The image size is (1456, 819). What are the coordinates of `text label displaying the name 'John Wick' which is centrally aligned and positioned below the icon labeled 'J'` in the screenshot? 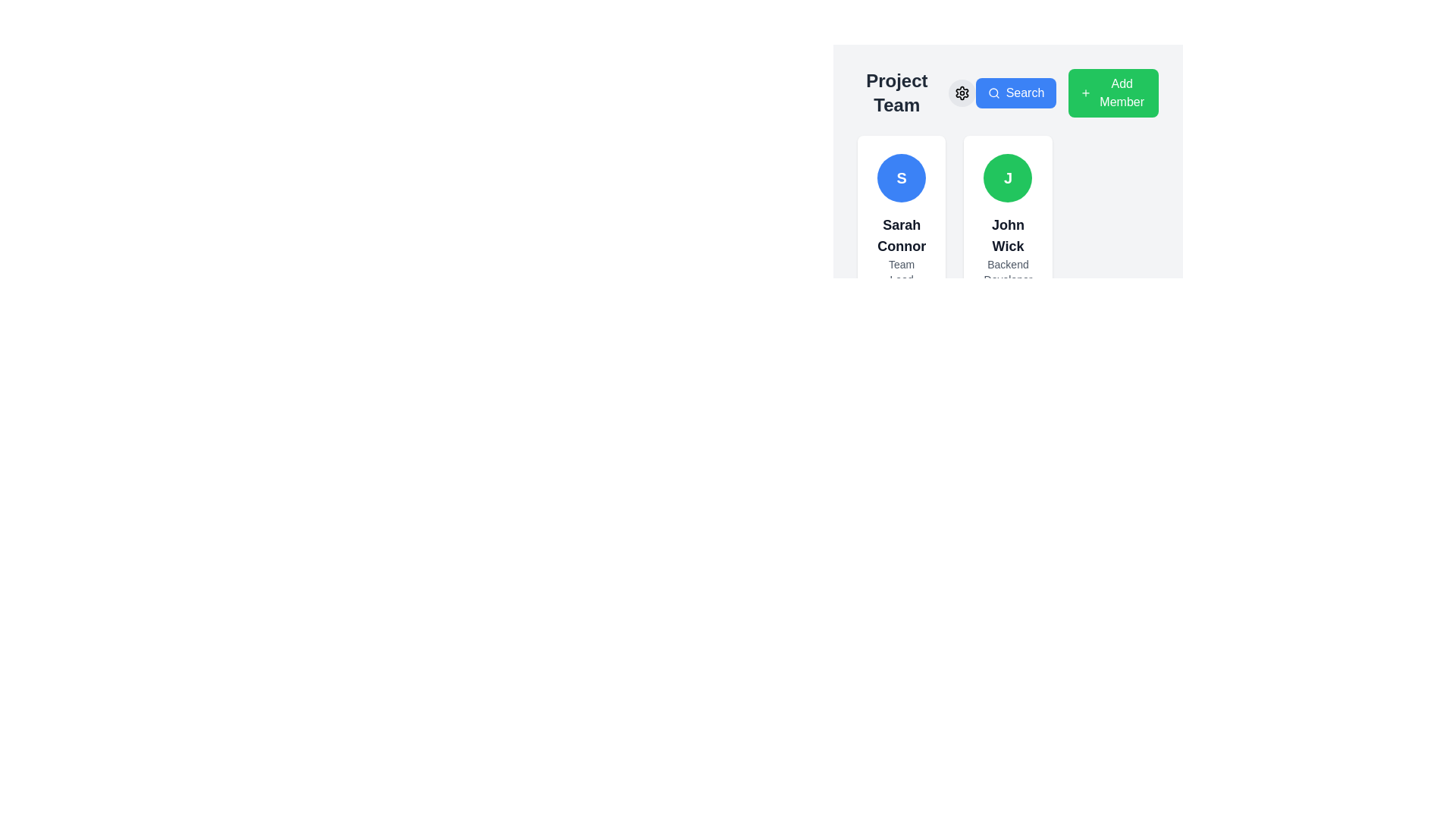 It's located at (1008, 236).